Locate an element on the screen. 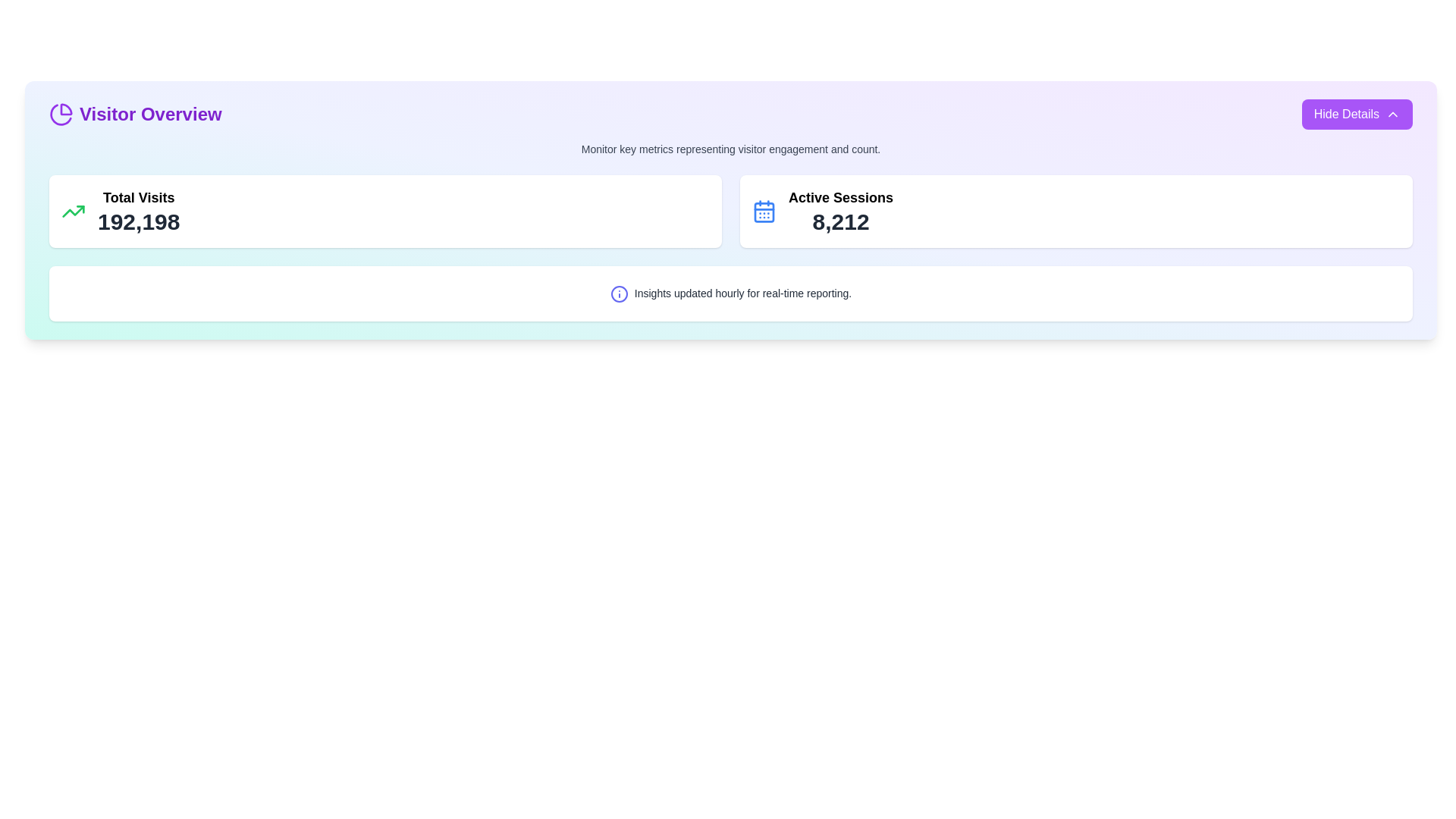  static text that states 'Monitor key metrics representing visitor engagement and count.' which is displayed in gray color below the header 'Visitor Overview' is located at coordinates (731, 143).